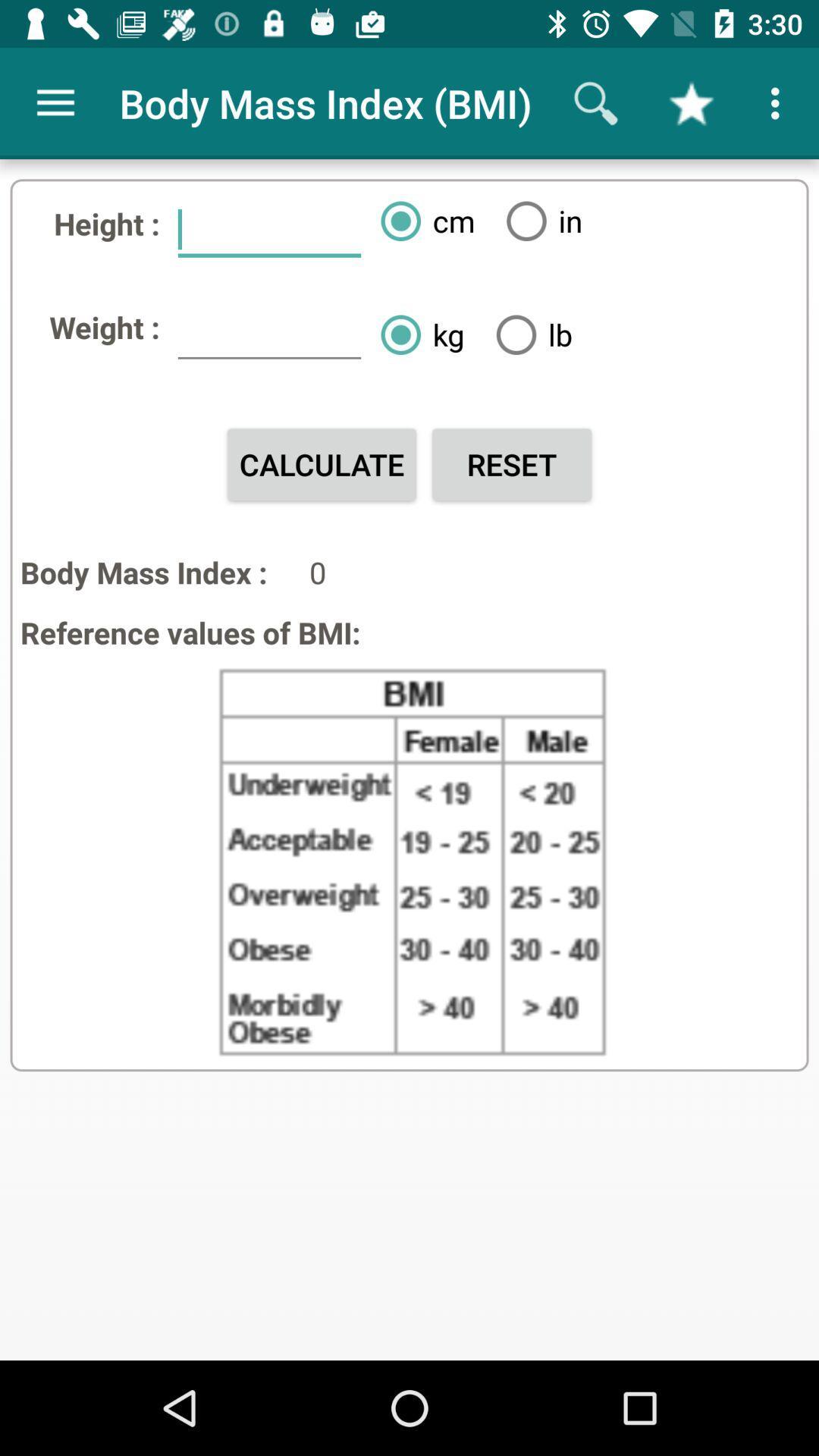 The image size is (819, 1456). What do you see at coordinates (528, 334) in the screenshot?
I see `the lb item` at bounding box center [528, 334].